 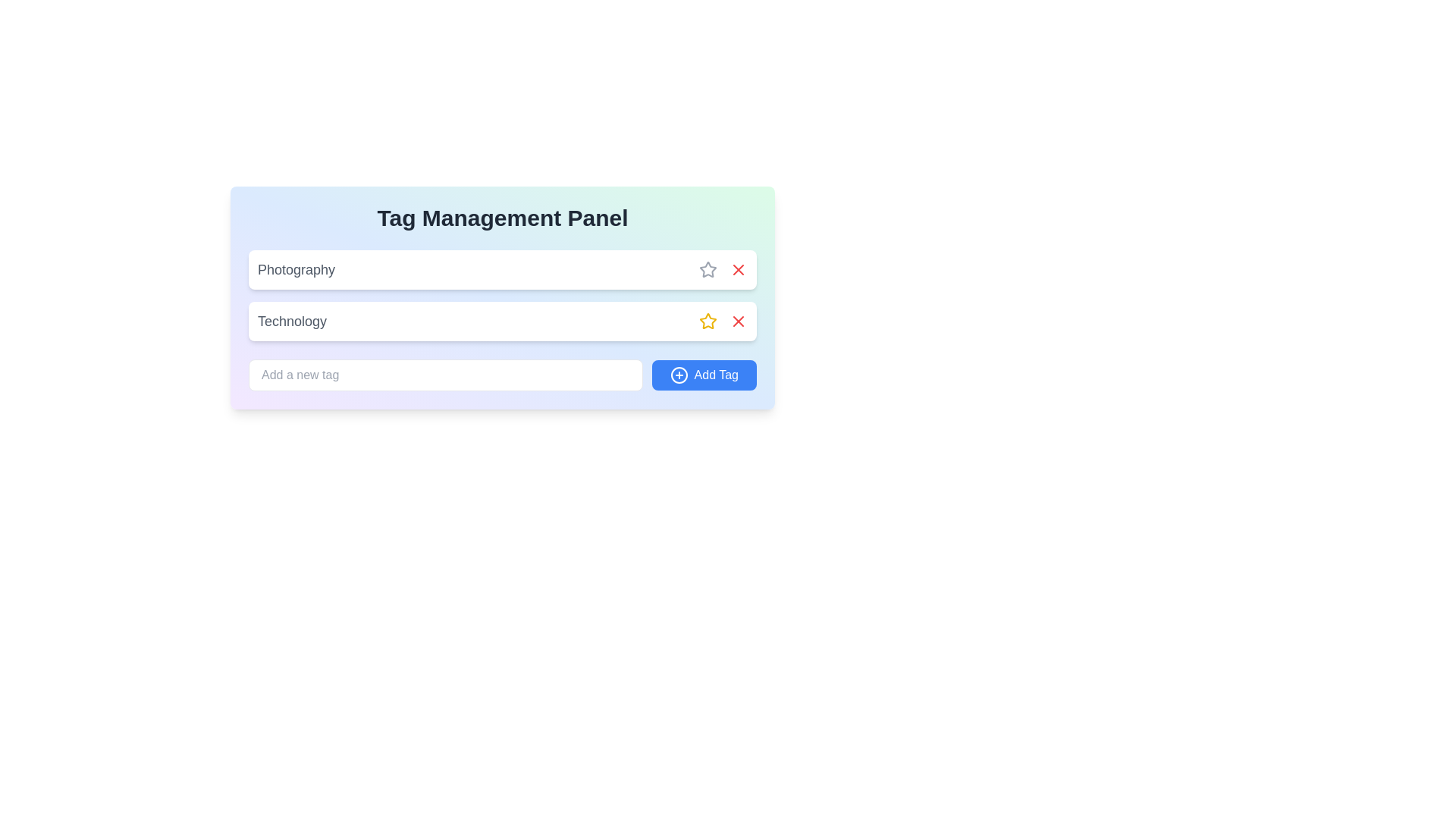 What do you see at coordinates (739, 268) in the screenshot?
I see `the small, red-colored 'X' icon located in the top right corner of the first row containing the 'Photography' tag, which represents a close or delete action` at bounding box center [739, 268].